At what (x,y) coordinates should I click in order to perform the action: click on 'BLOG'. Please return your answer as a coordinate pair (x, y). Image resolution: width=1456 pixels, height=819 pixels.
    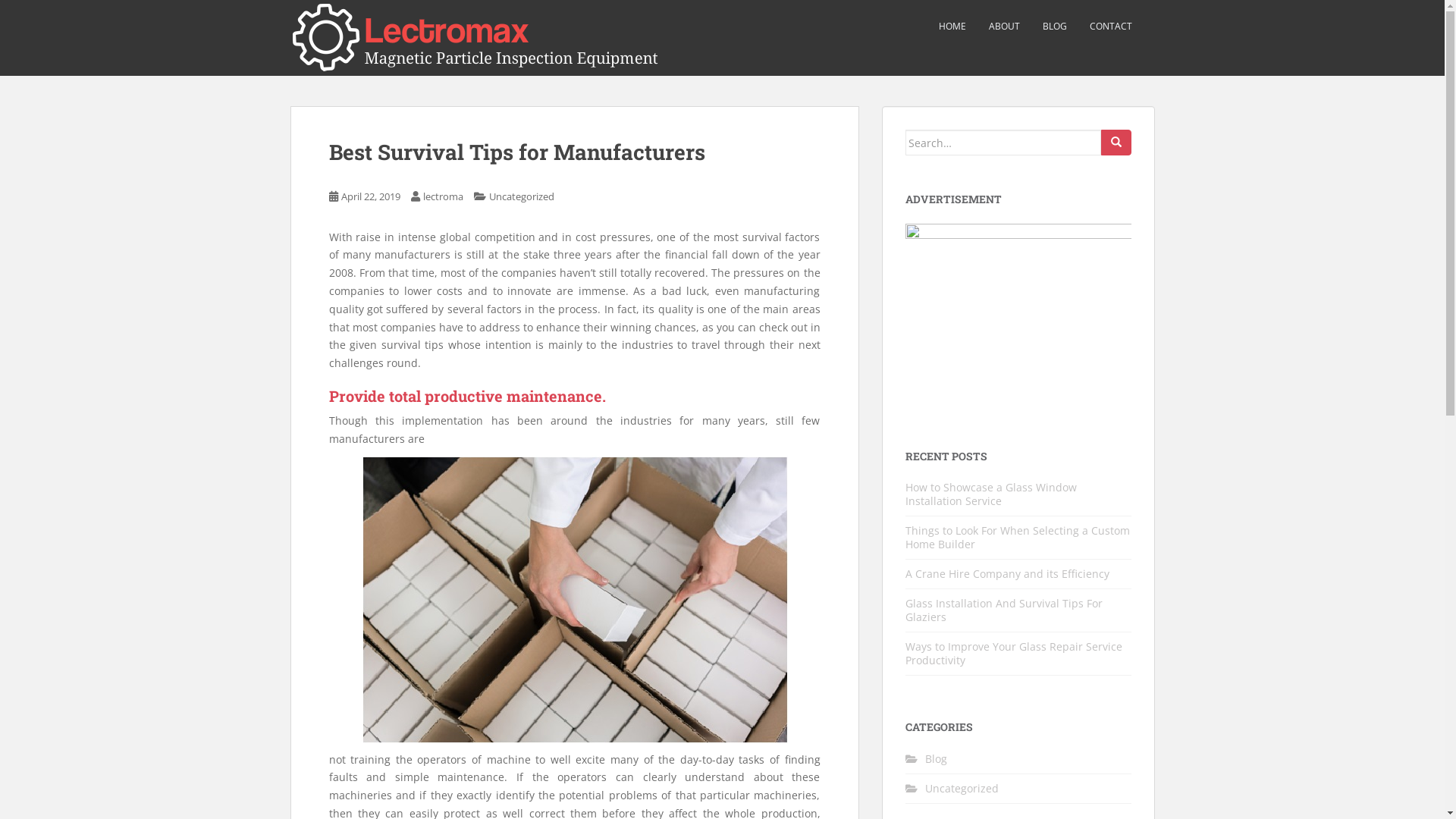
    Looking at the image, I should click on (1053, 26).